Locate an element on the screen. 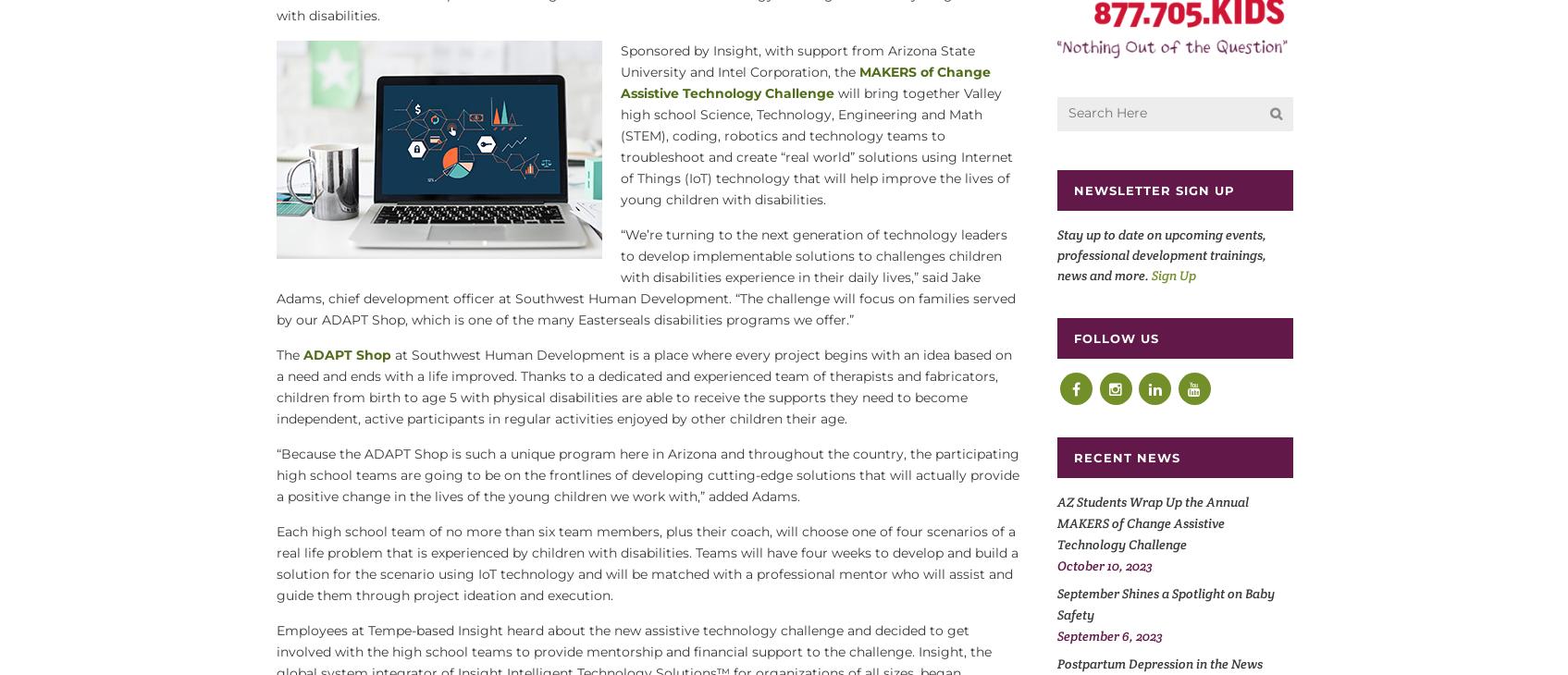 This screenshot has width=1568, height=675. 'at Southwest Human Development is a place where every project begins with an idea based on a need and ends with a life improved. Thanks to a dedicated and experienced team of therapists and fabricators, children from birth to age 5 with physical disabilities are able to receive the supports they need to become independent, active participants in regular activities enjoyed by other children their age.' is located at coordinates (643, 386).